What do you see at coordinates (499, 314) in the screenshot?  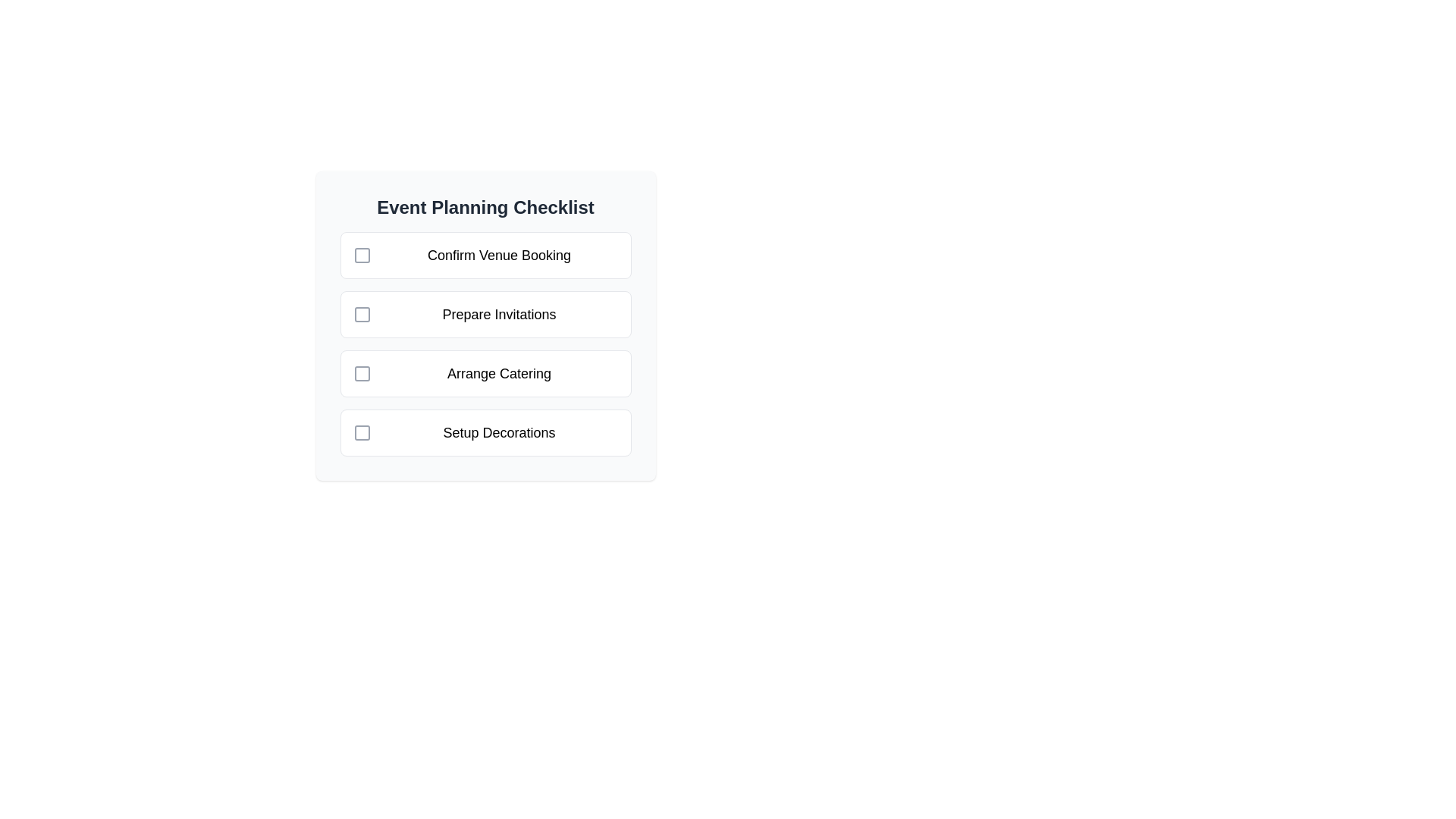 I see `the text label displaying 'Prepare Invitations', which is the second item in the checklist, positioned between 'Confirm Venue Booking' and 'Arrange Catering'` at bounding box center [499, 314].